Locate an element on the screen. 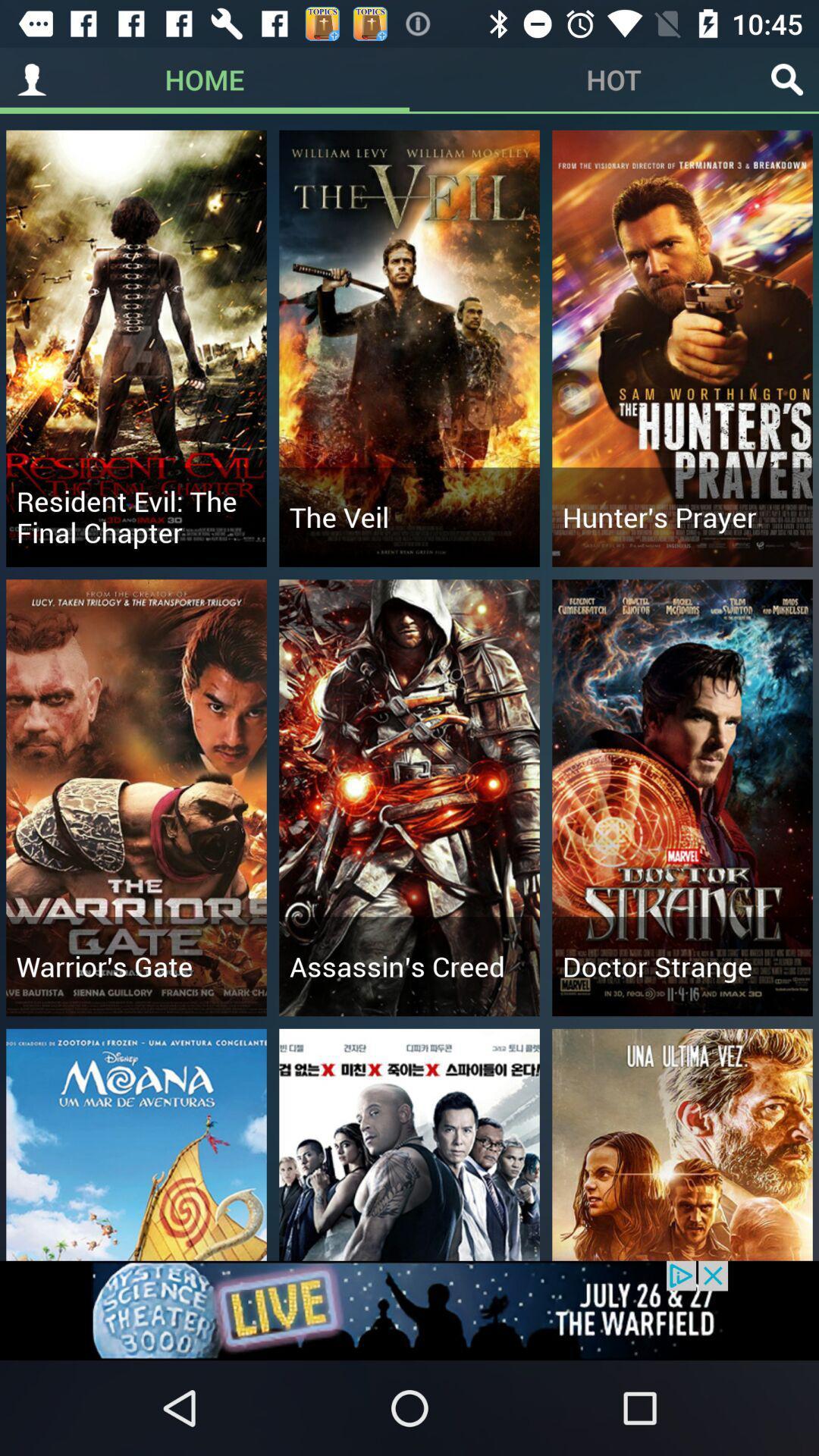 The height and width of the screenshot is (1456, 819). the first image from left above live in the bottom is located at coordinates (136, 1145).